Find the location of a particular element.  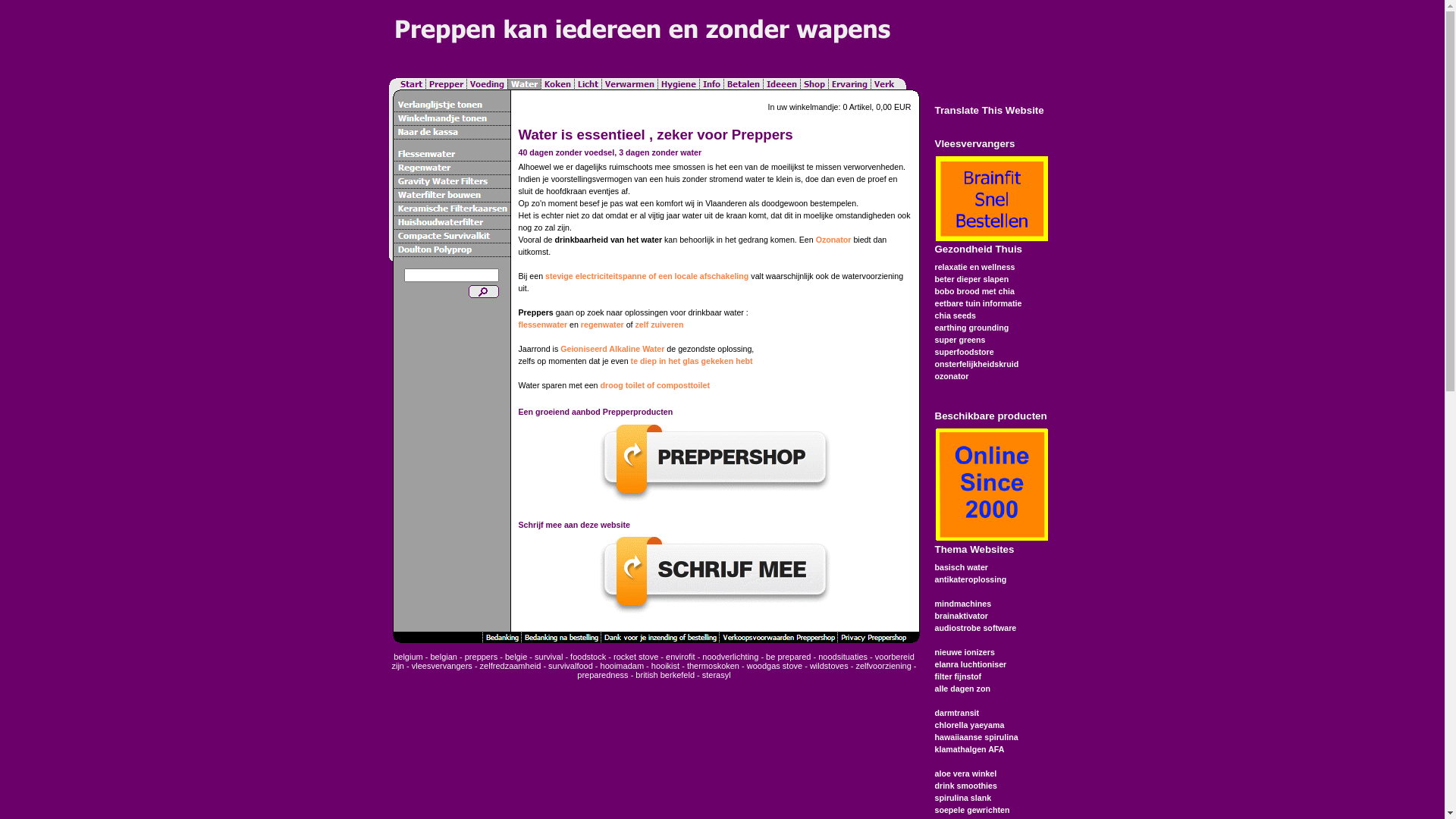

'soepele gewrichten' is located at coordinates (971, 809).